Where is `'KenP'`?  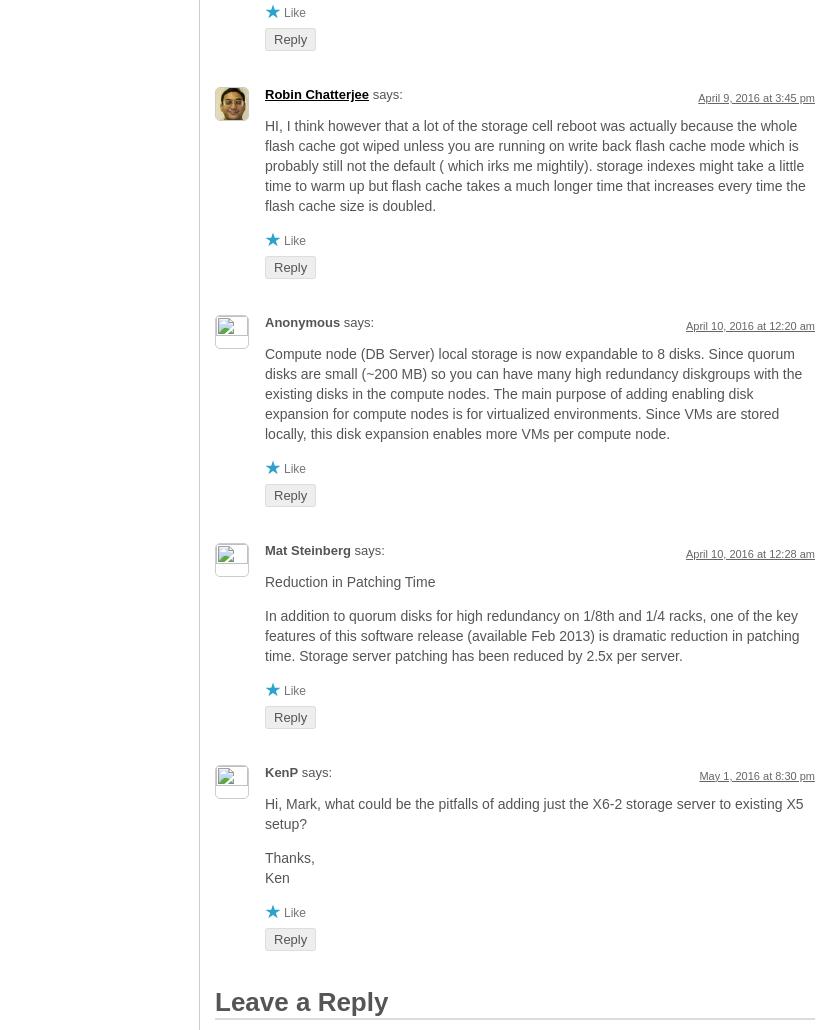
'KenP' is located at coordinates (281, 771).